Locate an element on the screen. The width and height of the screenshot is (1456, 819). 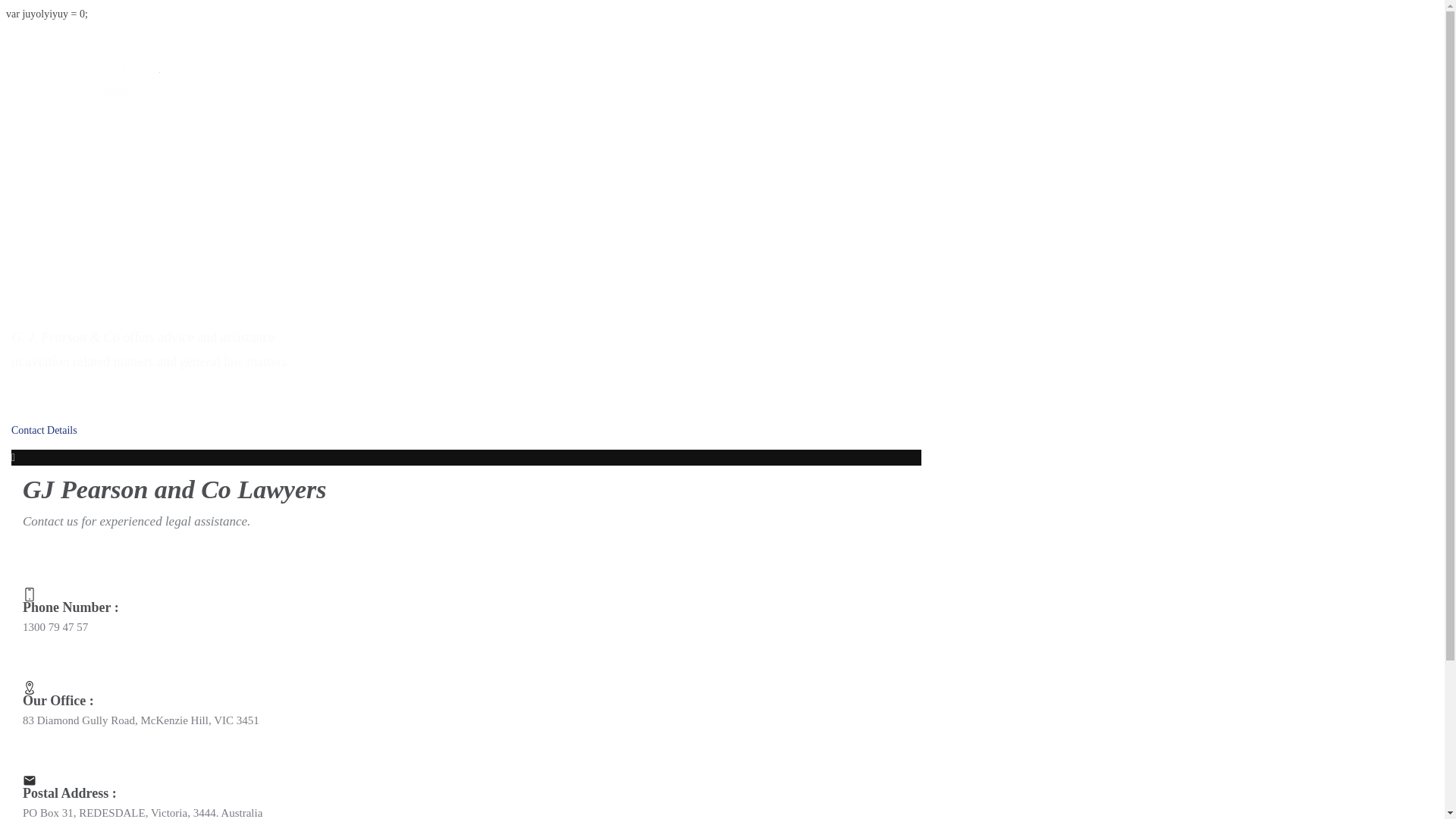
'Contact Details' is located at coordinates (105, 430).